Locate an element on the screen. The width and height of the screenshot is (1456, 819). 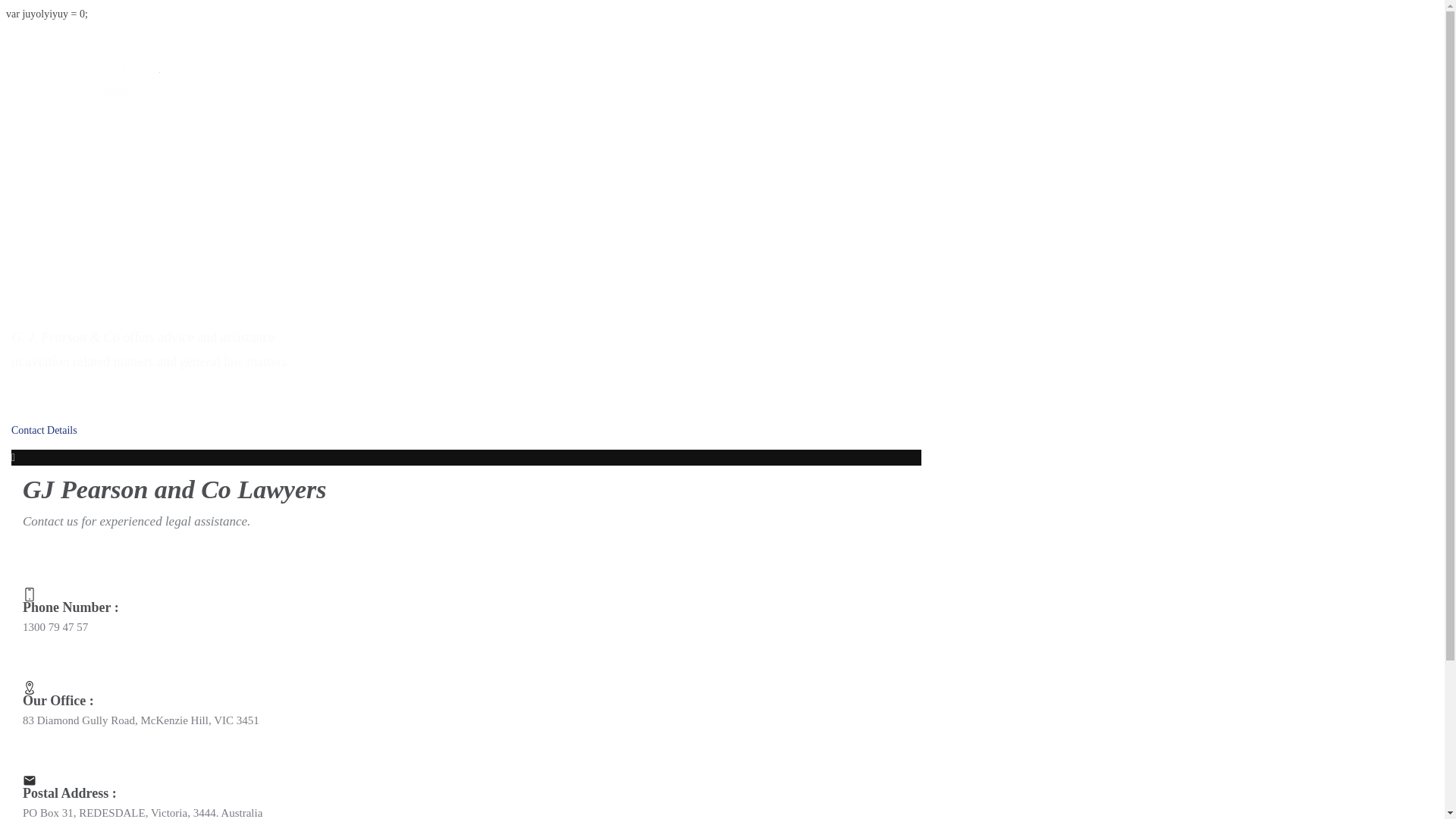
'Contact Details' is located at coordinates (105, 430).